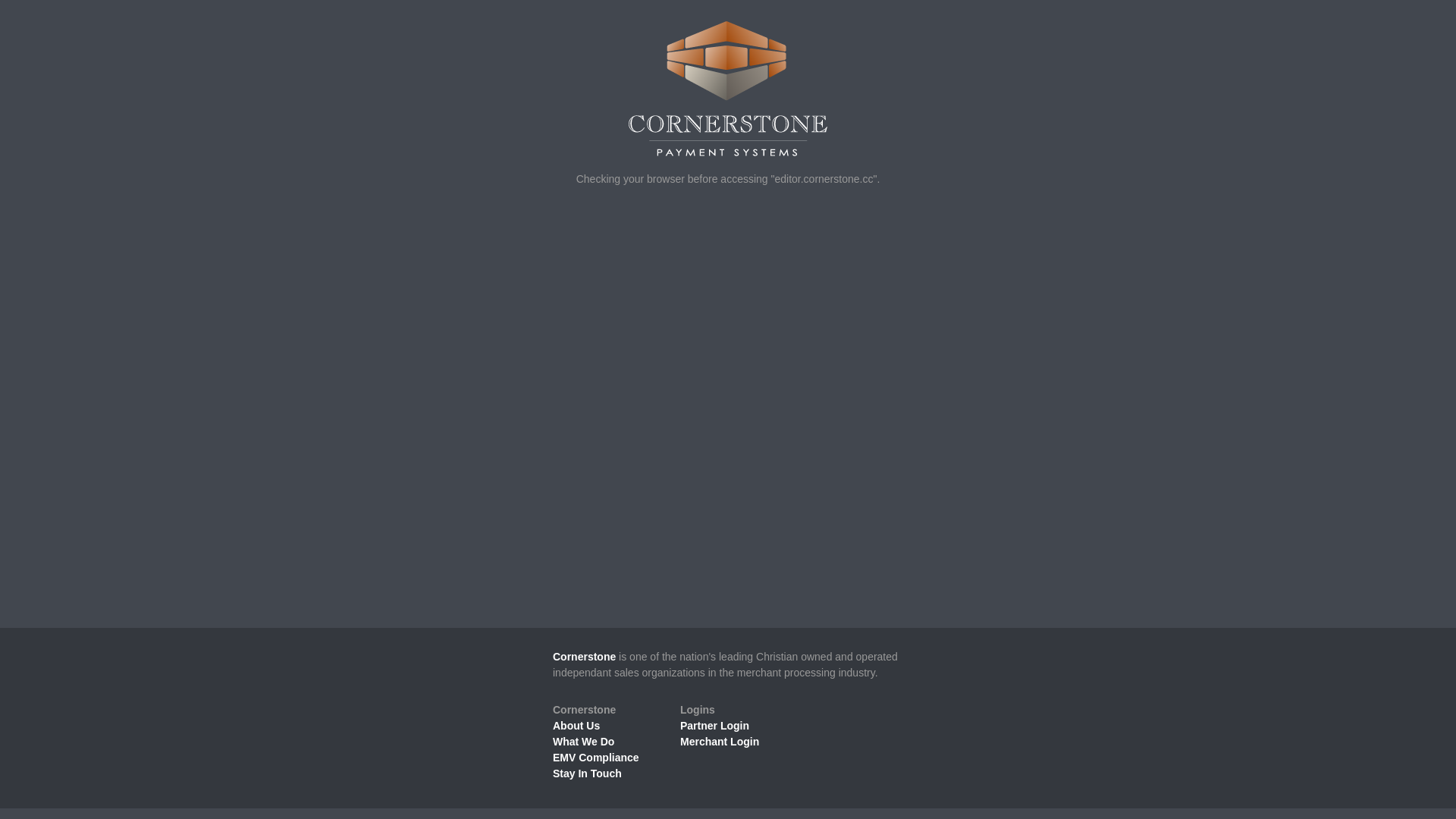  I want to click on 'Stay In Touch', so click(586, 773).